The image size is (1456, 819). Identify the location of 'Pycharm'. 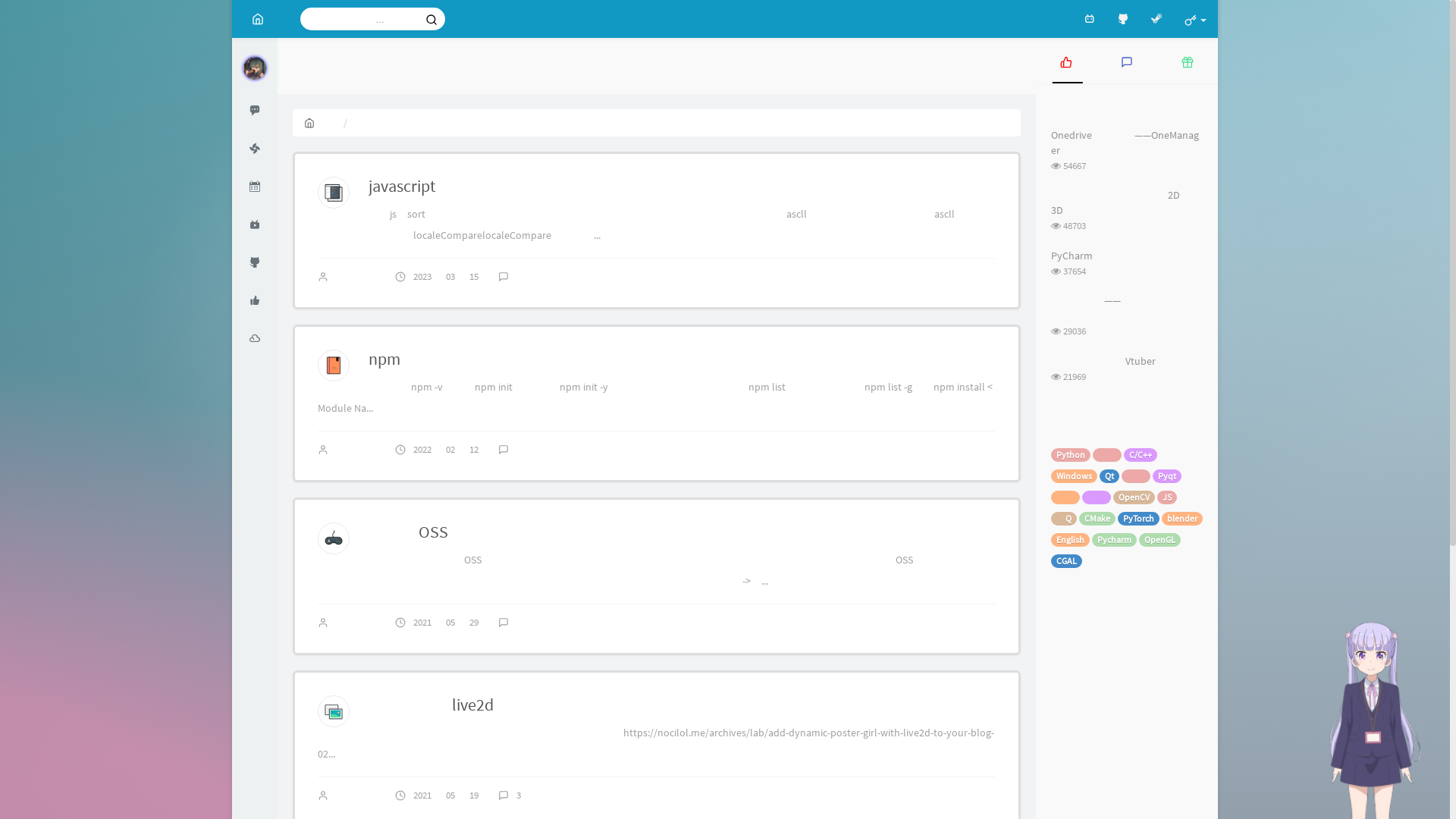
(1114, 539).